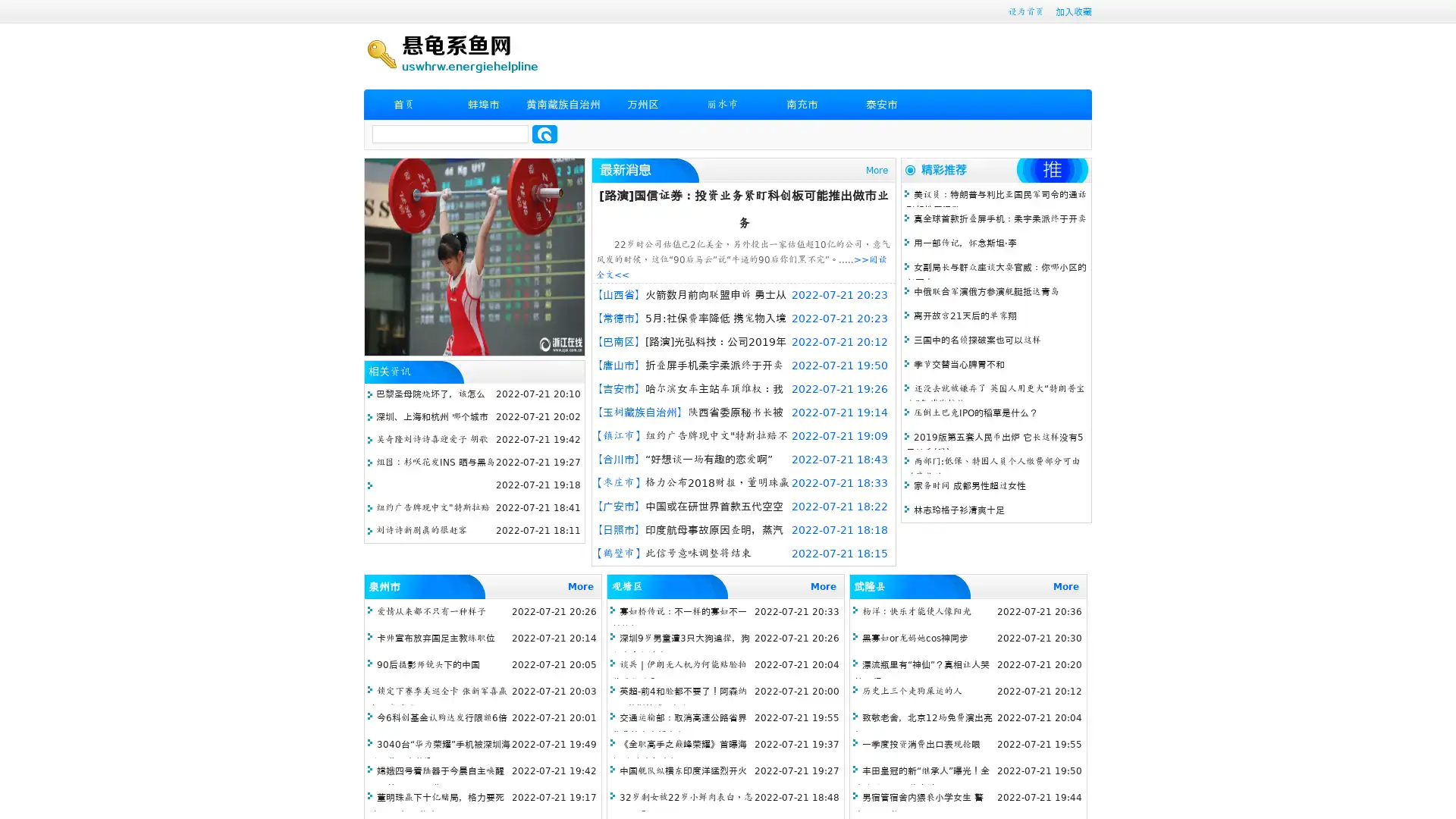 This screenshot has height=819, width=1456. What do you see at coordinates (544, 133) in the screenshot?
I see `Search` at bounding box center [544, 133].